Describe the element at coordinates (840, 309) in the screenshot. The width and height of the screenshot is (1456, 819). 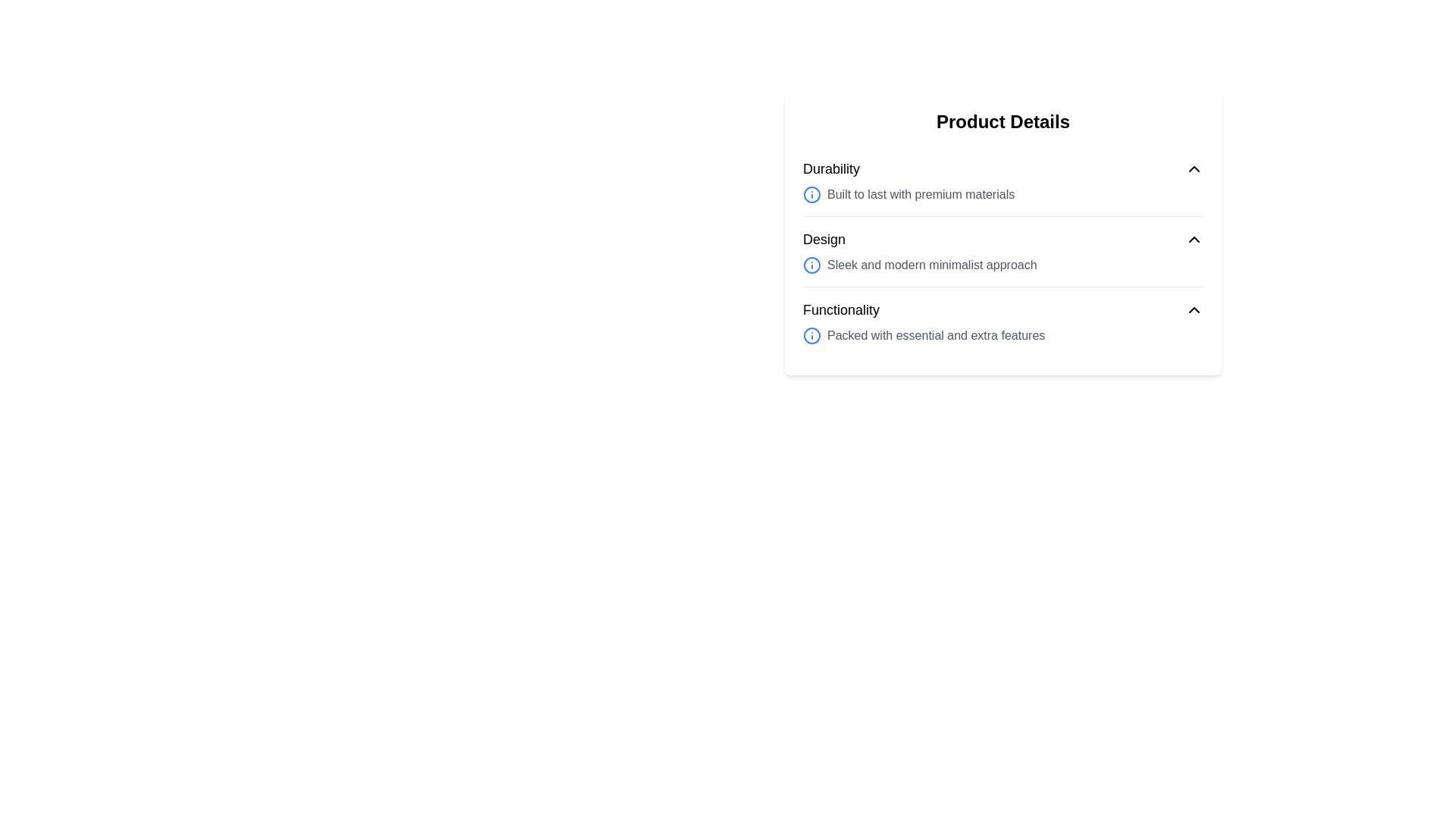
I see `the left-aligned header text label, which is the third section header below 'Durability' and 'Design'` at that location.